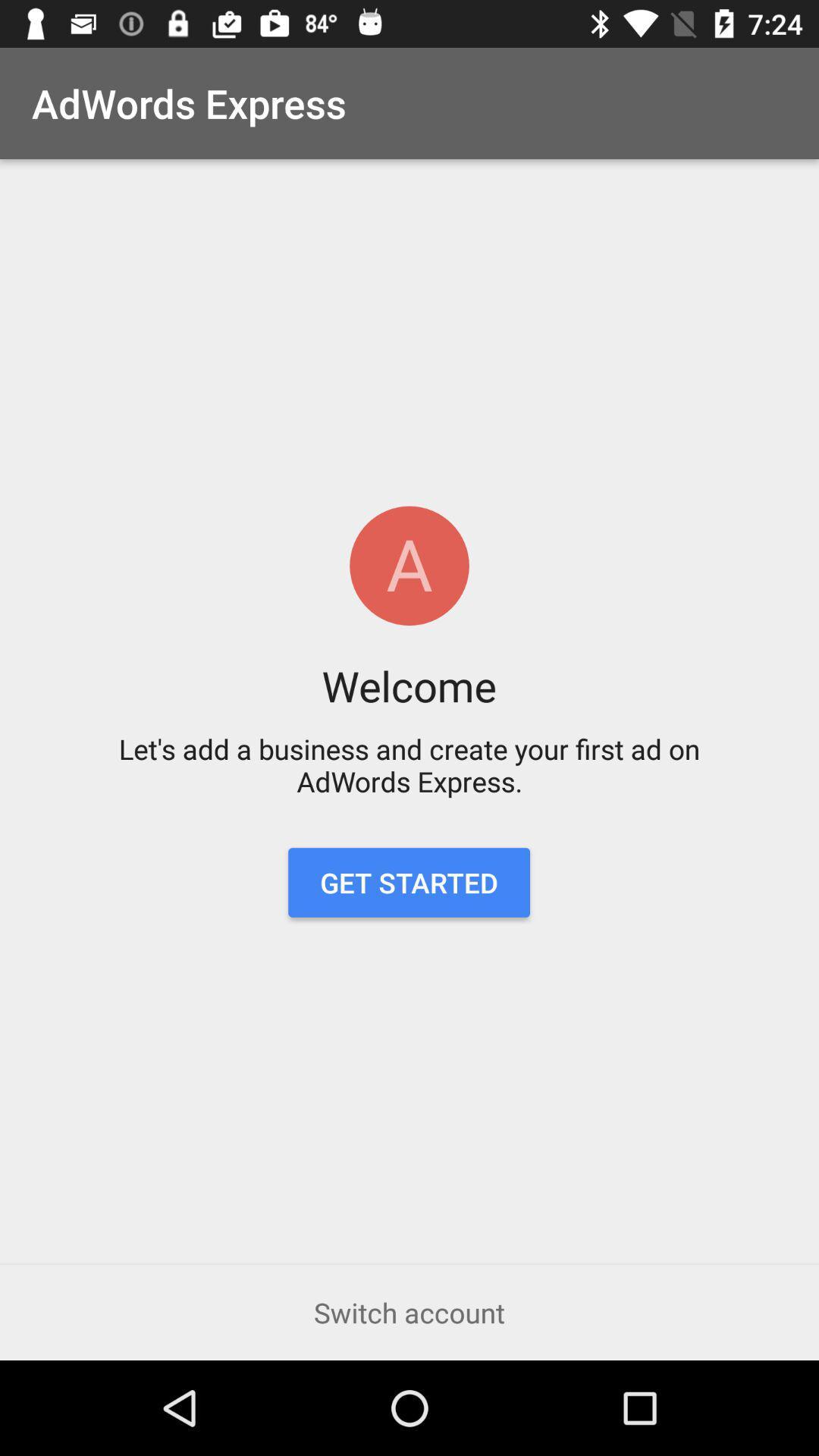 Image resolution: width=819 pixels, height=1456 pixels. Describe the element at coordinates (408, 883) in the screenshot. I see `the icon below the let s add` at that location.